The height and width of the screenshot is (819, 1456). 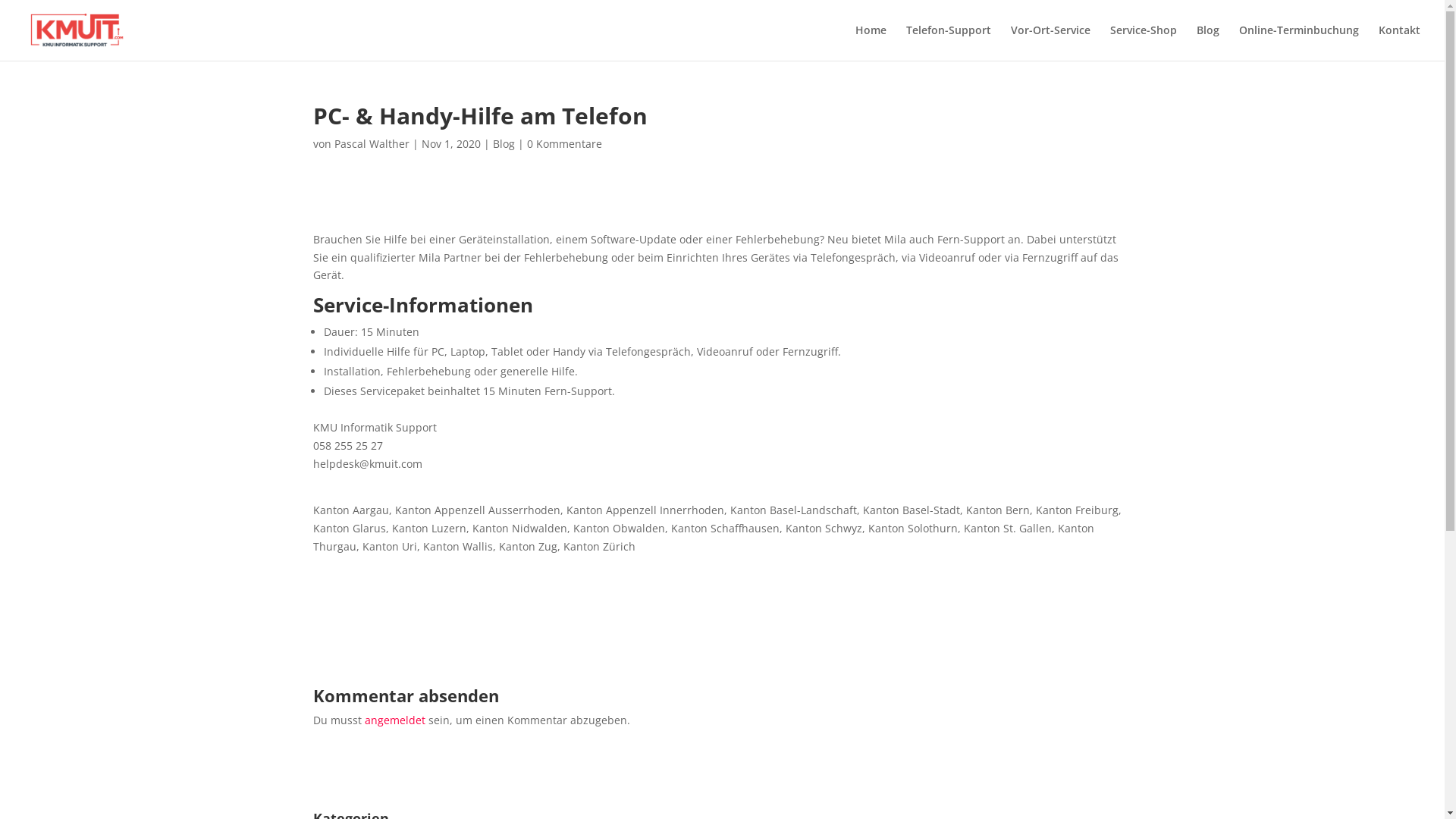 What do you see at coordinates (948, 42) in the screenshot?
I see `'Telefon-Support'` at bounding box center [948, 42].